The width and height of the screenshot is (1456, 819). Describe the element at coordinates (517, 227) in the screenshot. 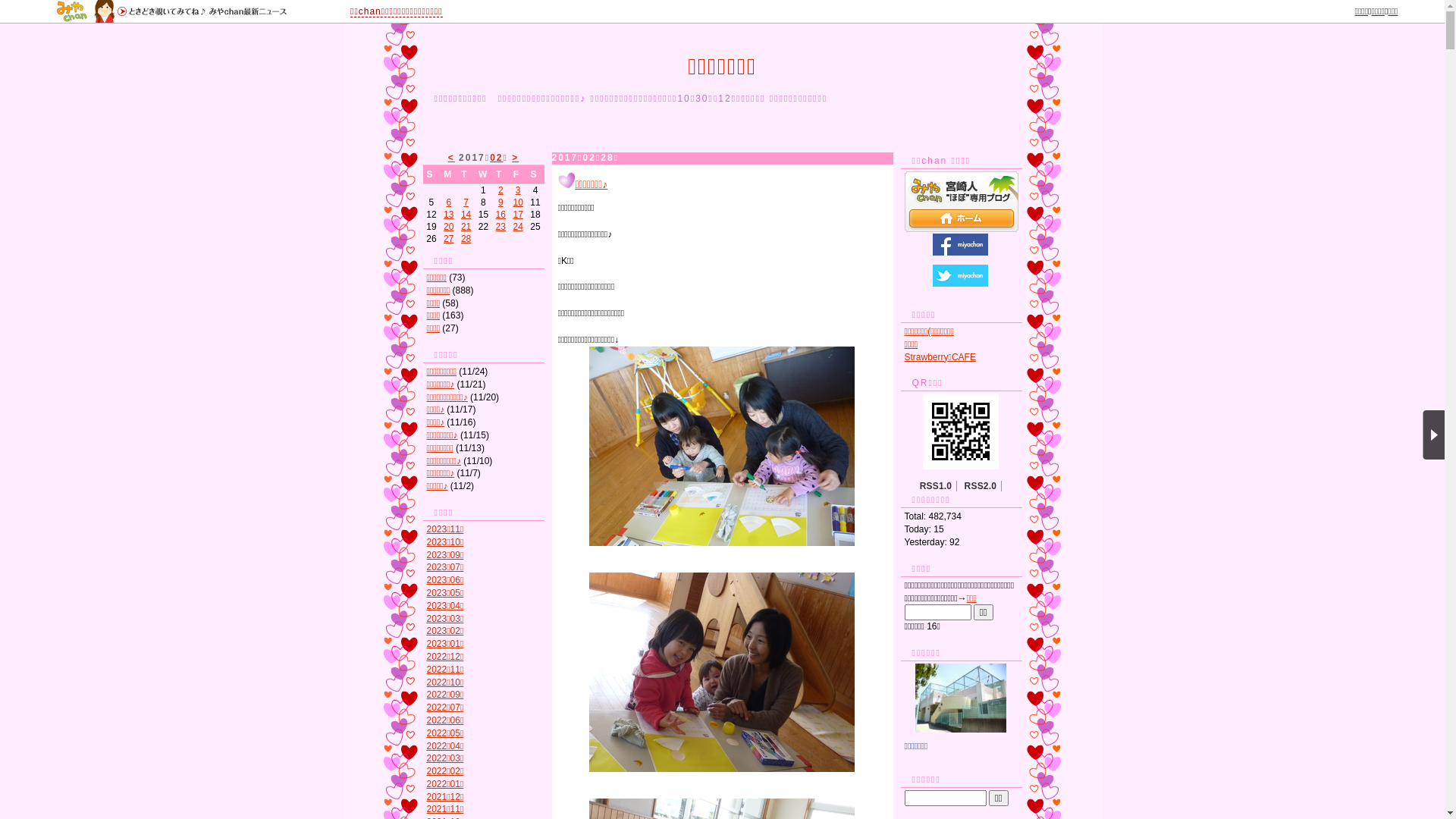

I see `'24'` at that location.